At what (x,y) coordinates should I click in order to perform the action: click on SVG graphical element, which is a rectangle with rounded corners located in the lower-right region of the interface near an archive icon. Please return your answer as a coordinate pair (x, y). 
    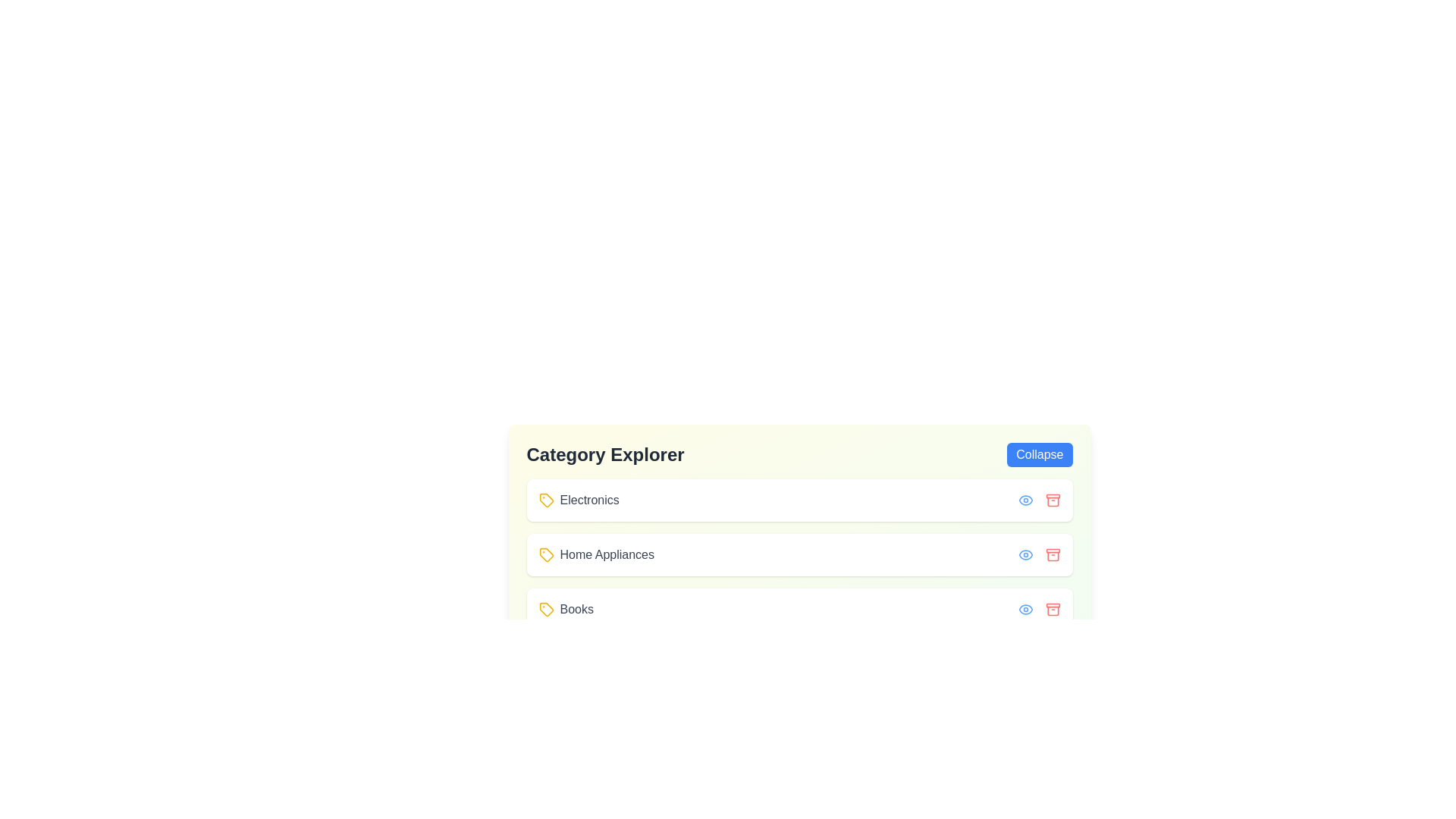
    Looking at the image, I should click on (1052, 551).